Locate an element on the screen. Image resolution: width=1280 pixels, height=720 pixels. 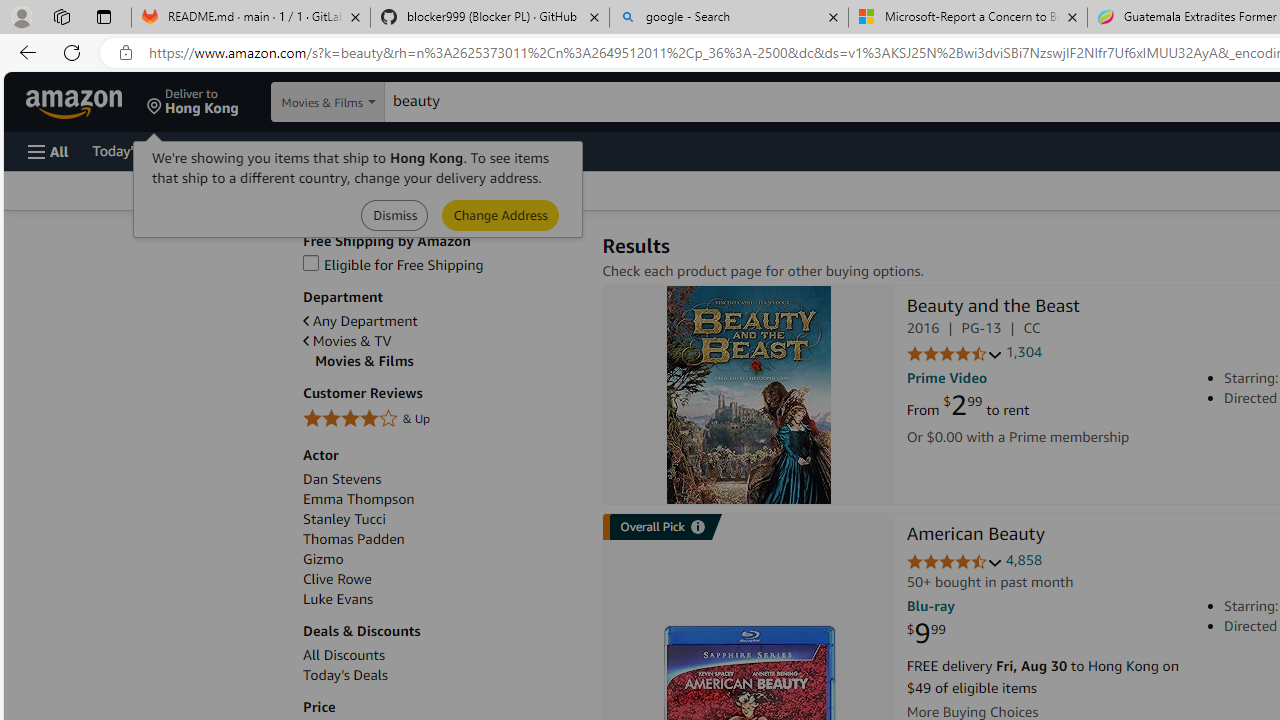
'Movies & TV' is located at coordinates (347, 340).